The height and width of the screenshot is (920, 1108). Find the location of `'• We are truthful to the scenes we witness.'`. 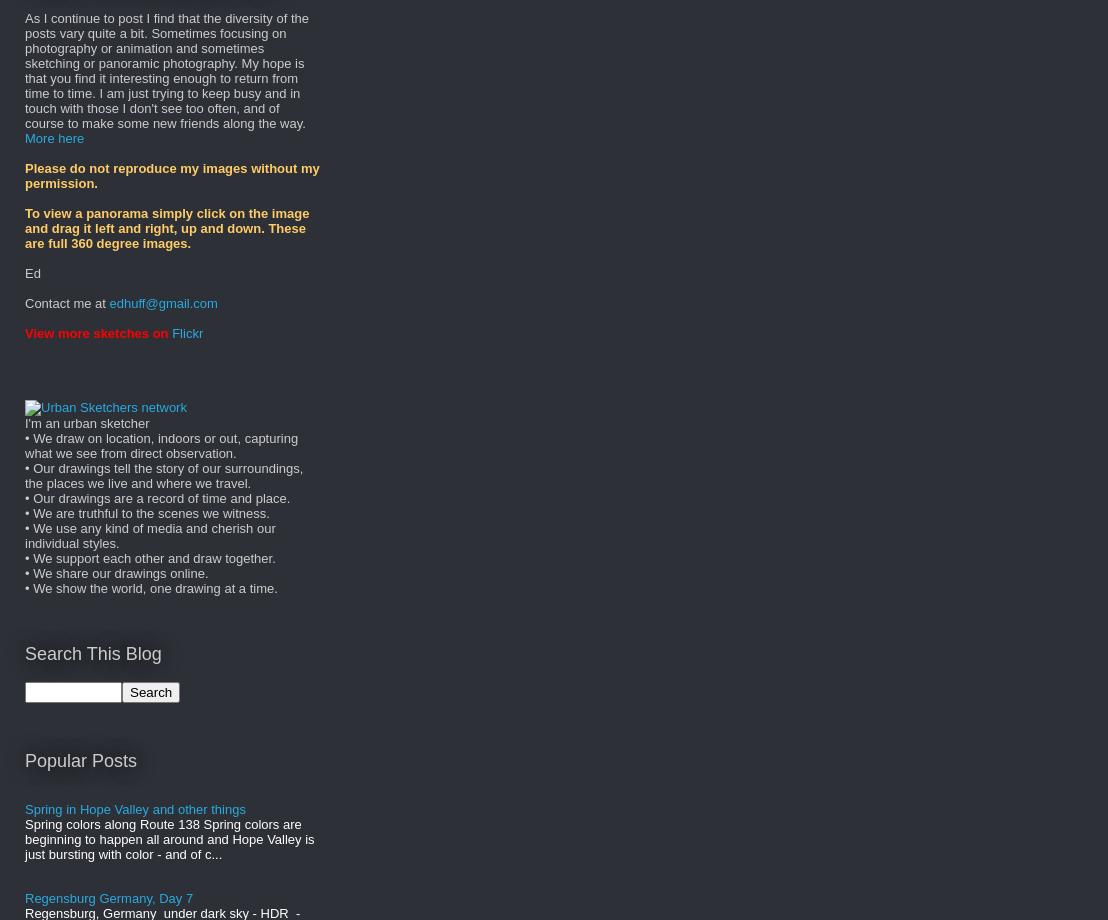

'• We are truthful to the scenes we witness.' is located at coordinates (146, 513).